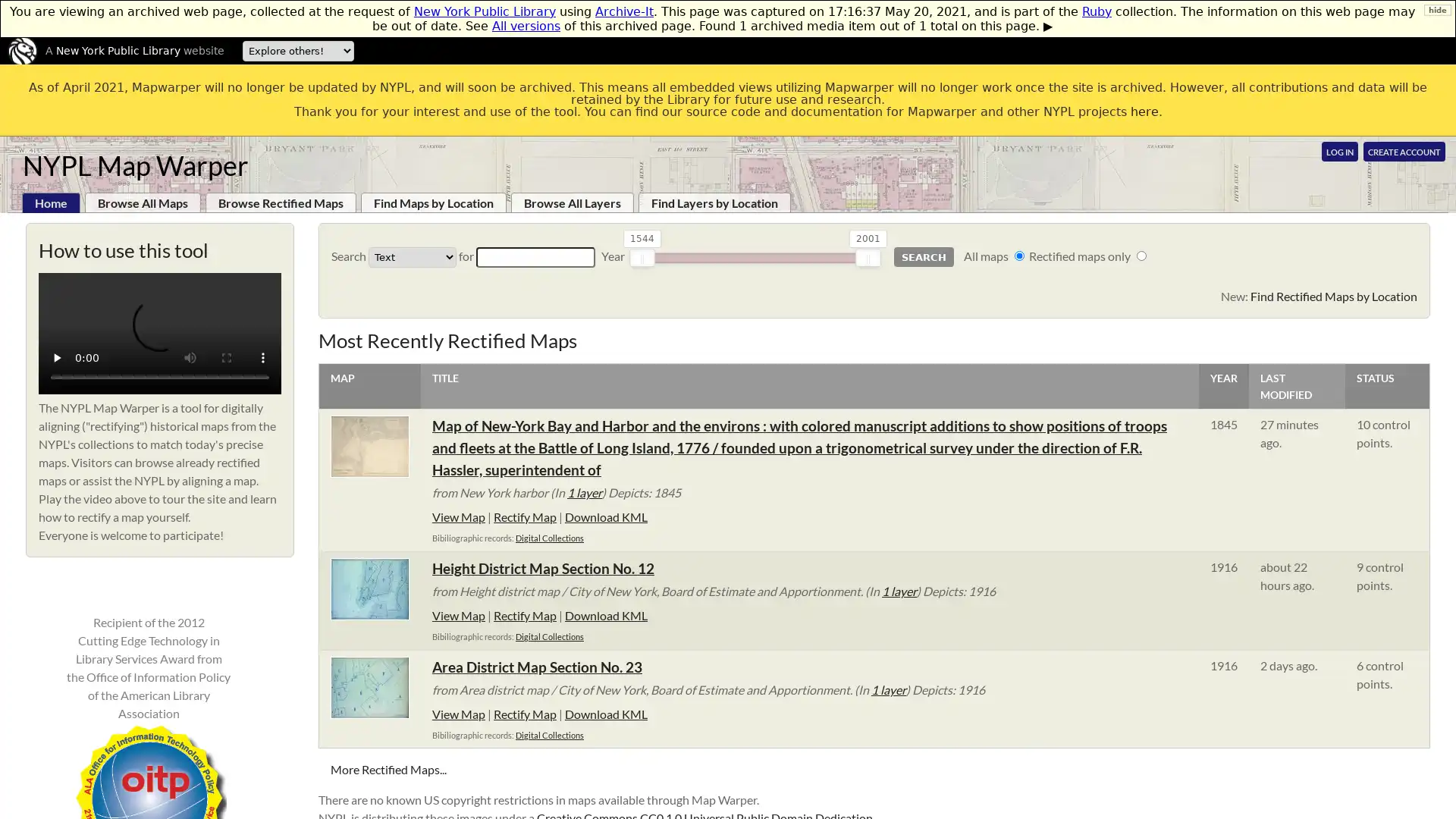 This screenshot has width=1456, height=819. I want to click on show more media controls, so click(262, 357).